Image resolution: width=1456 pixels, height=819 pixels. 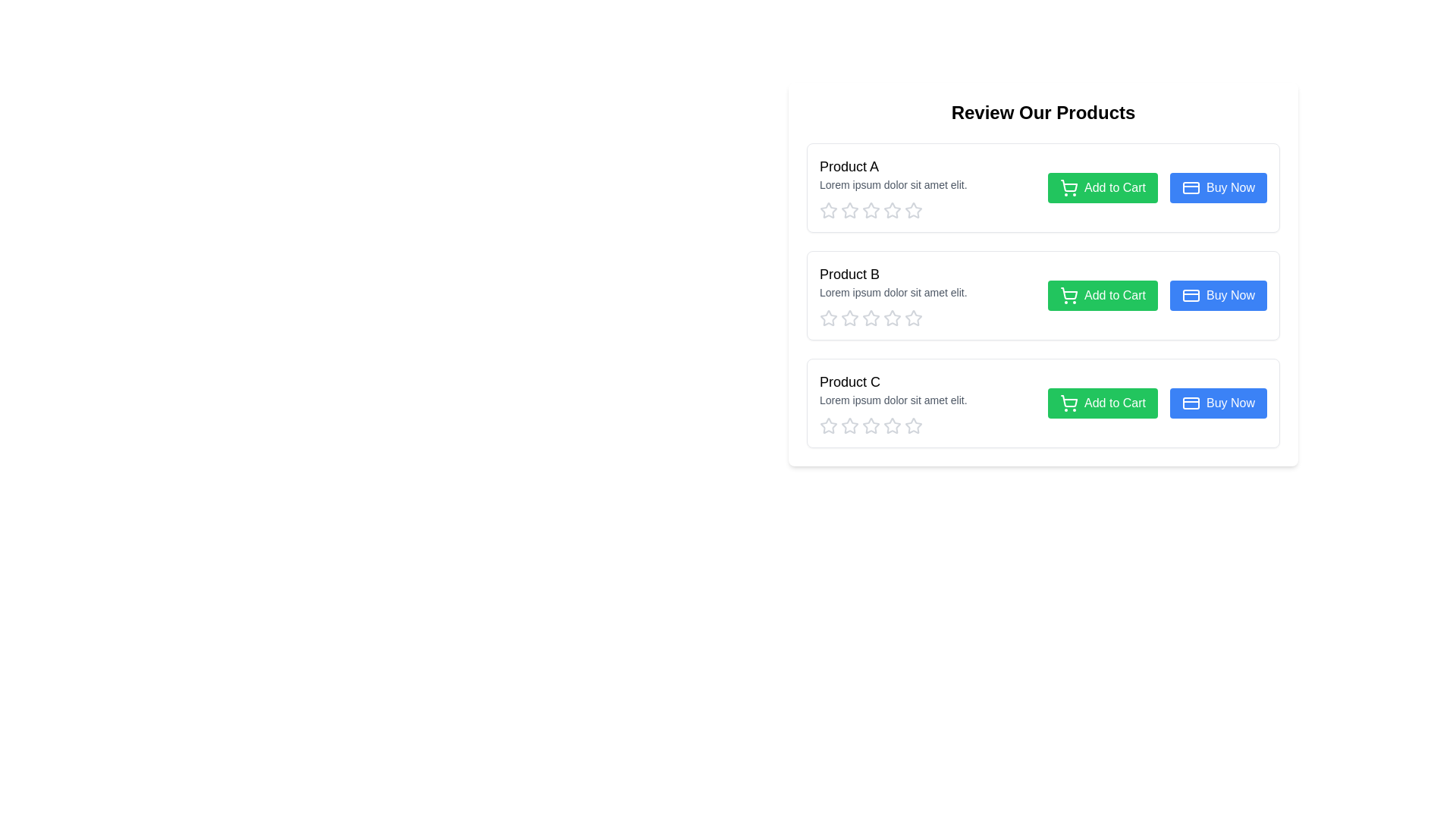 I want to click on text element displaying 'Lorem ipsum dolor sit amet elit.' which is styled in gray color and located under the 'Product B' title in the second product card, so click(x=893, y=292).